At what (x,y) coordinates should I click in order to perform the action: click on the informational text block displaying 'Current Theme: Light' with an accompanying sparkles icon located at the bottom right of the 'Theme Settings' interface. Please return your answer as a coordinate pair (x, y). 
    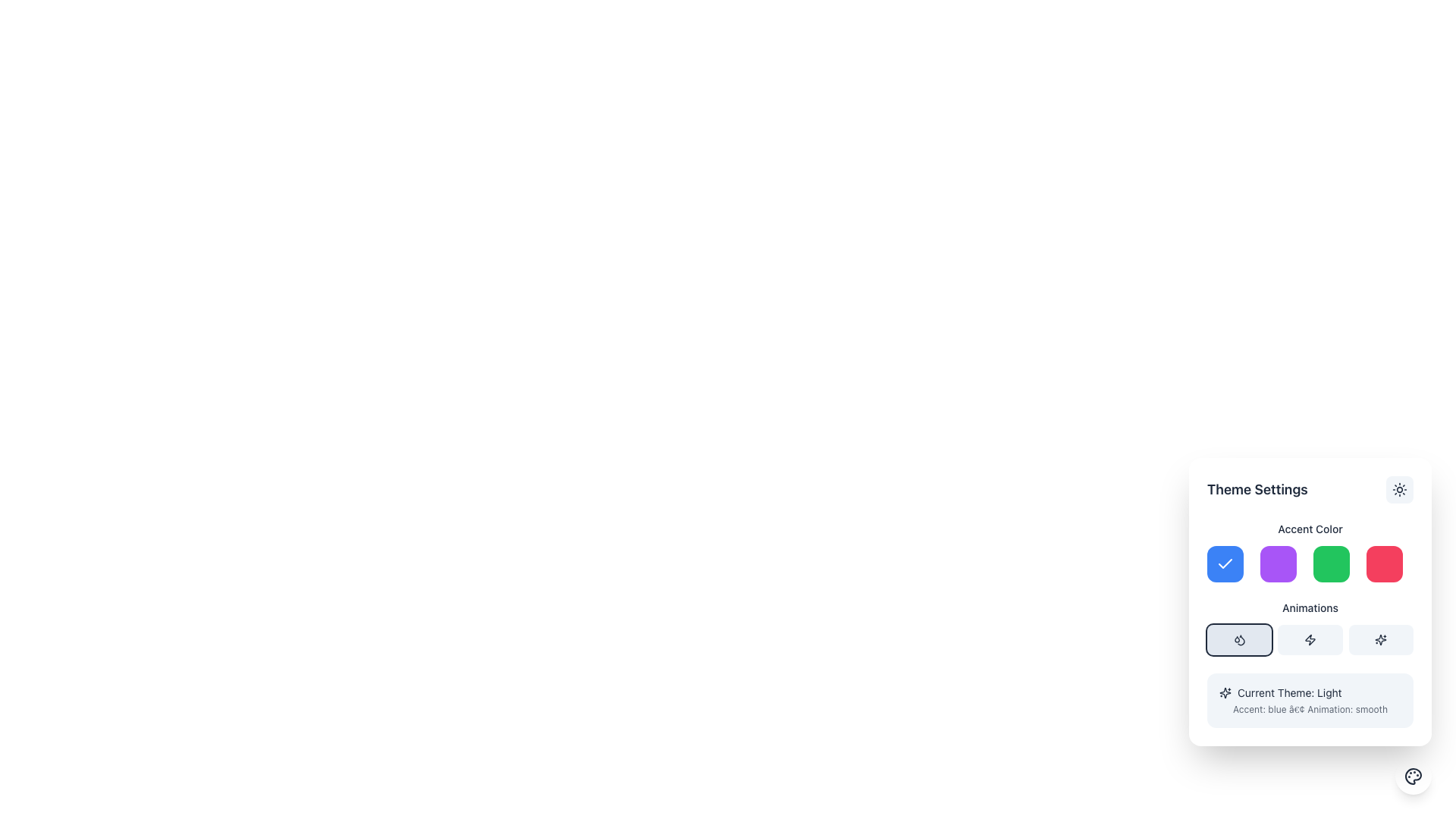
    Looking at the image, I should click on (1310, 701).